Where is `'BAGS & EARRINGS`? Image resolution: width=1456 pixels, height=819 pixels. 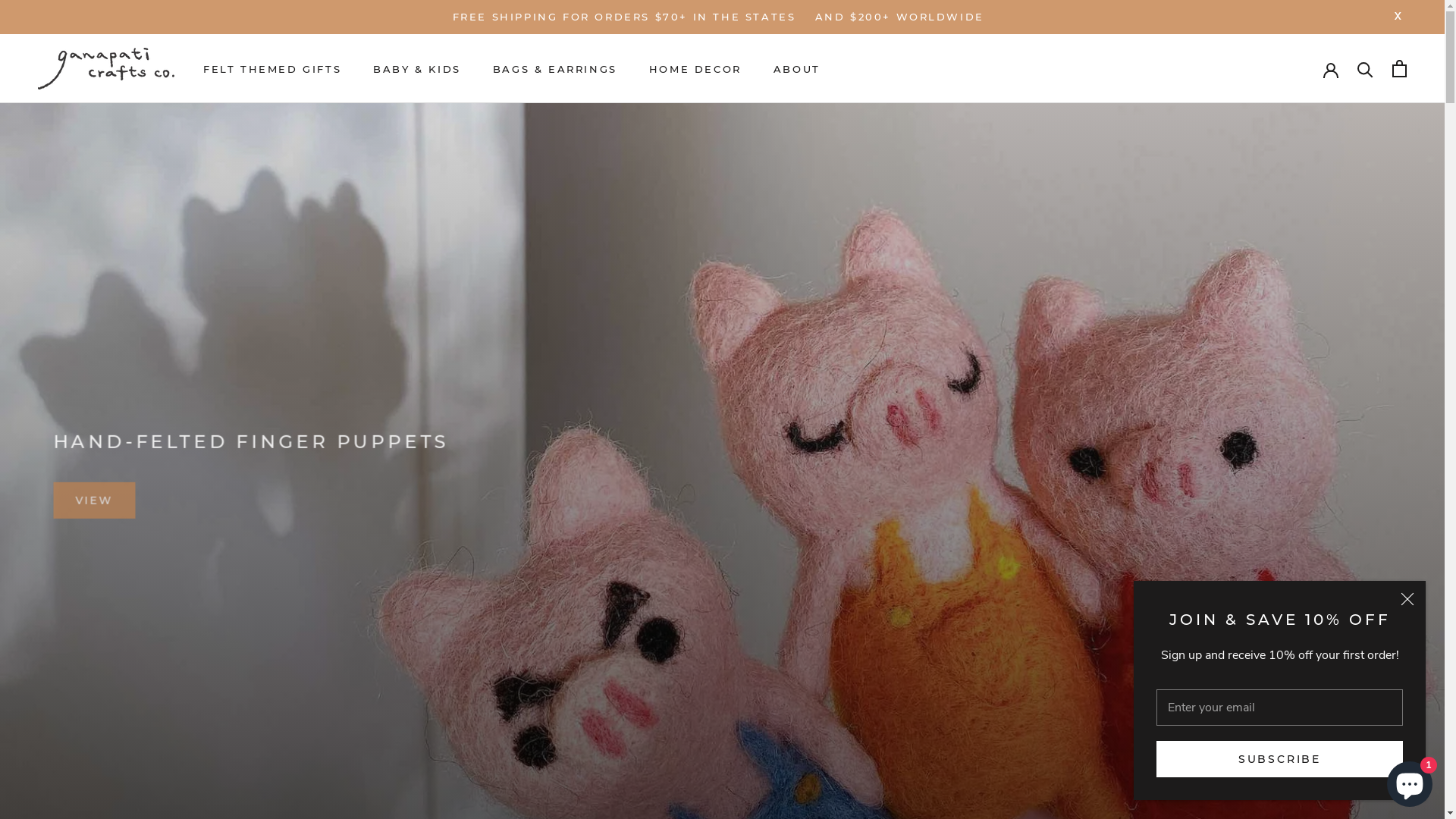
'BAGS & EARRINGS is located at coordinates (554, 69).